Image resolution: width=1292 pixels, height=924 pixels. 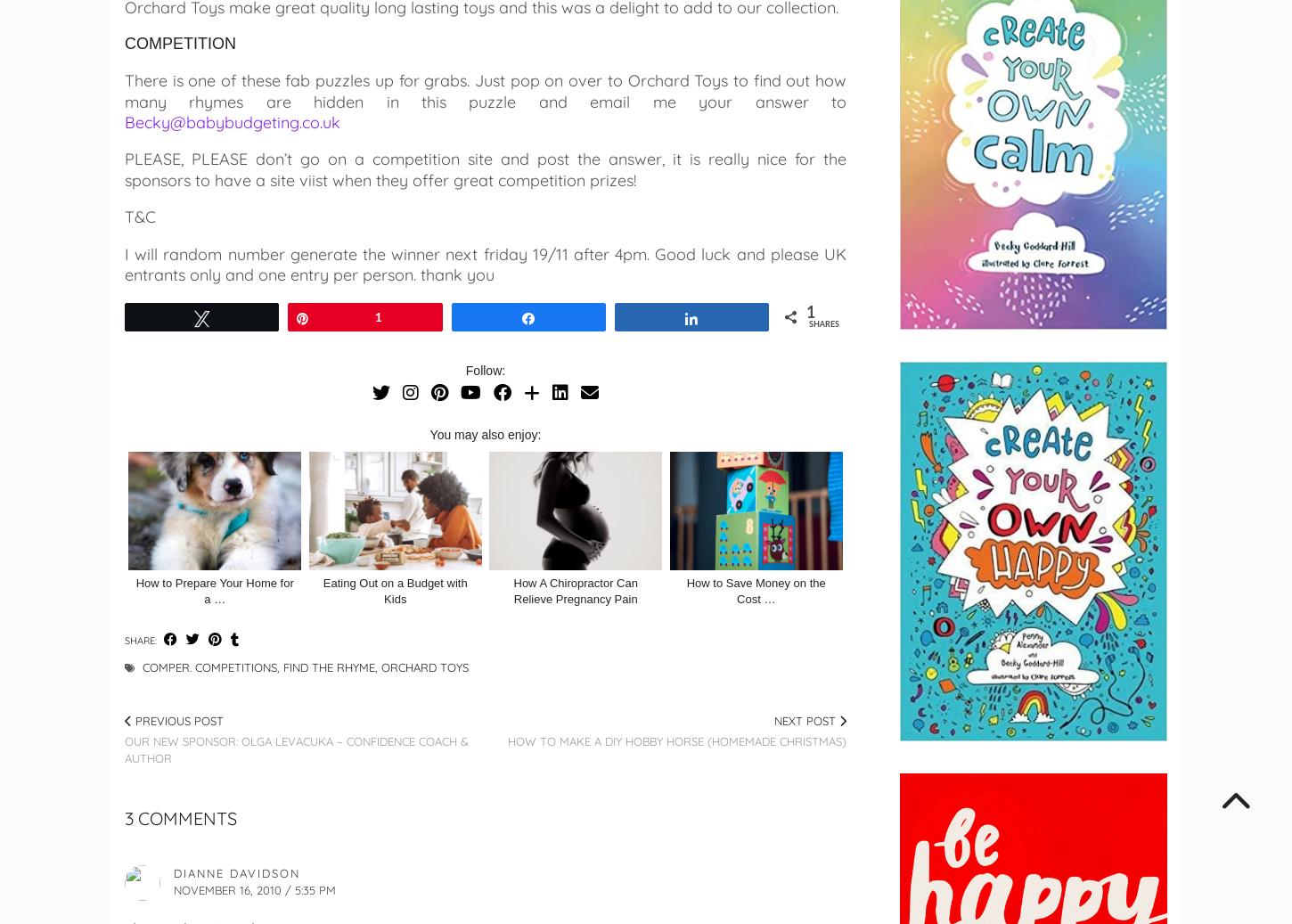 I want to click on 'There is one of these fab puzzles up for grabs. Just pop on over to Orchard Toys to find out how many rhymes are hidden in this puzzle and email me your answer to', so click(x=486, y=90).